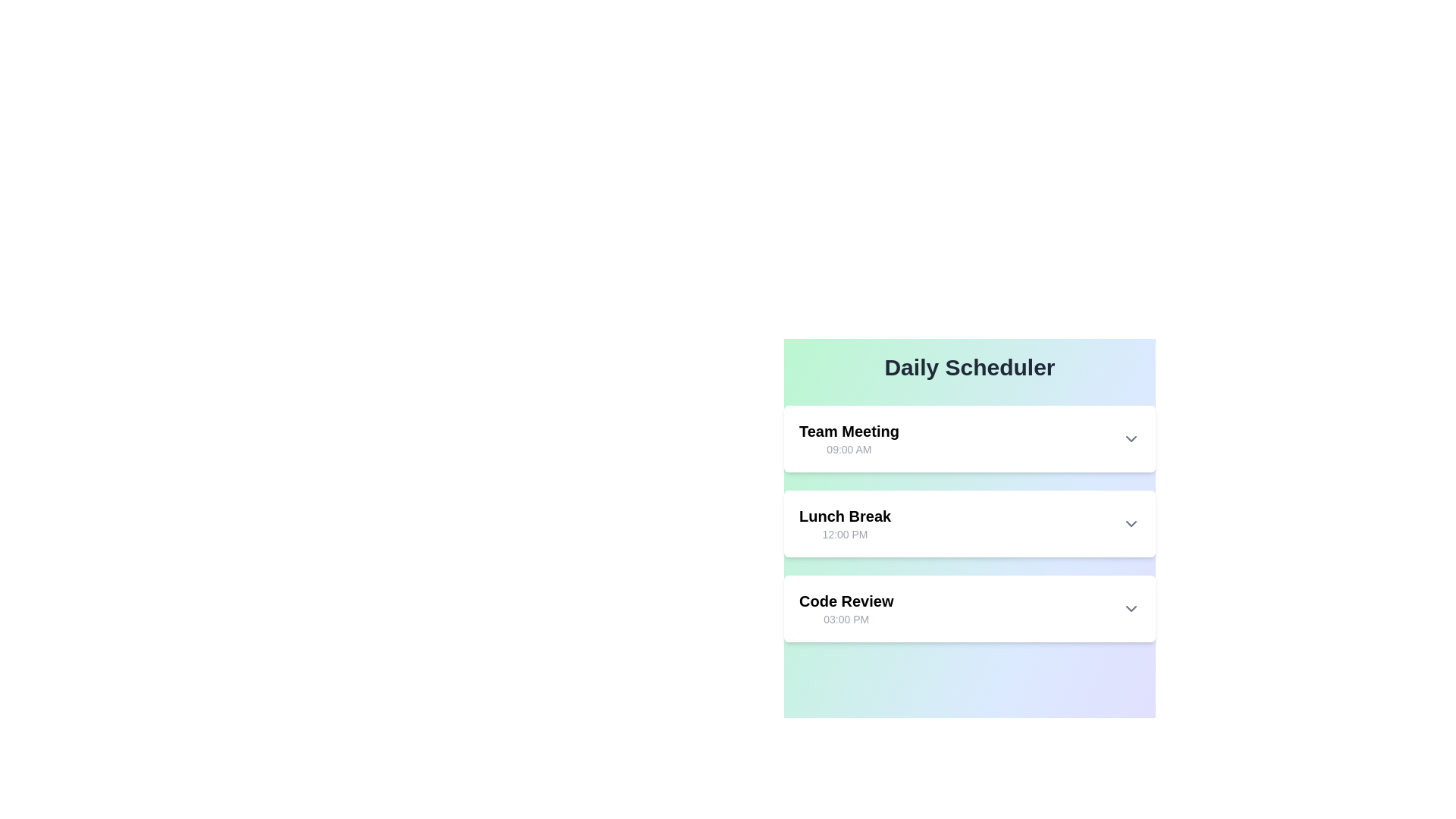 The width and height of the screenshot is (1456, 819). What do you see at coordinates (846, 601) in the screenshot?
I see `the title text label for the event scheduled at 03:00 PM, located in the third collapsible section of the scheduler interface` at bounding box center [846, 601].